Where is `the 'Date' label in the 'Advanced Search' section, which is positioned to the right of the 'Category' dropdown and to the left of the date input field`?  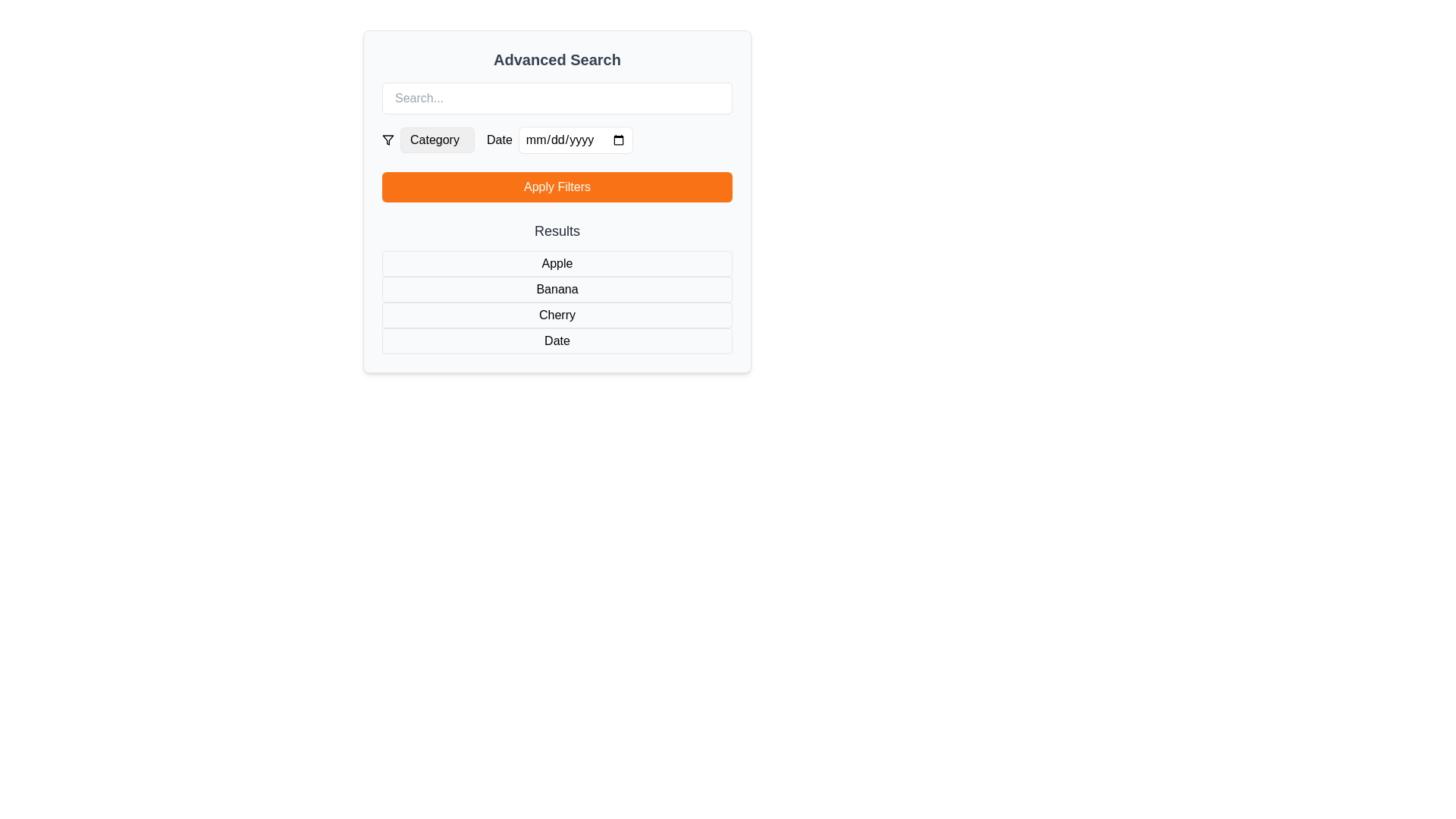
the 'Date' label in the 'Advanced Search' section, which is positioned to the right of the 'Category' dropdown and to the left of the date input field is located at coordinates (499, 140).